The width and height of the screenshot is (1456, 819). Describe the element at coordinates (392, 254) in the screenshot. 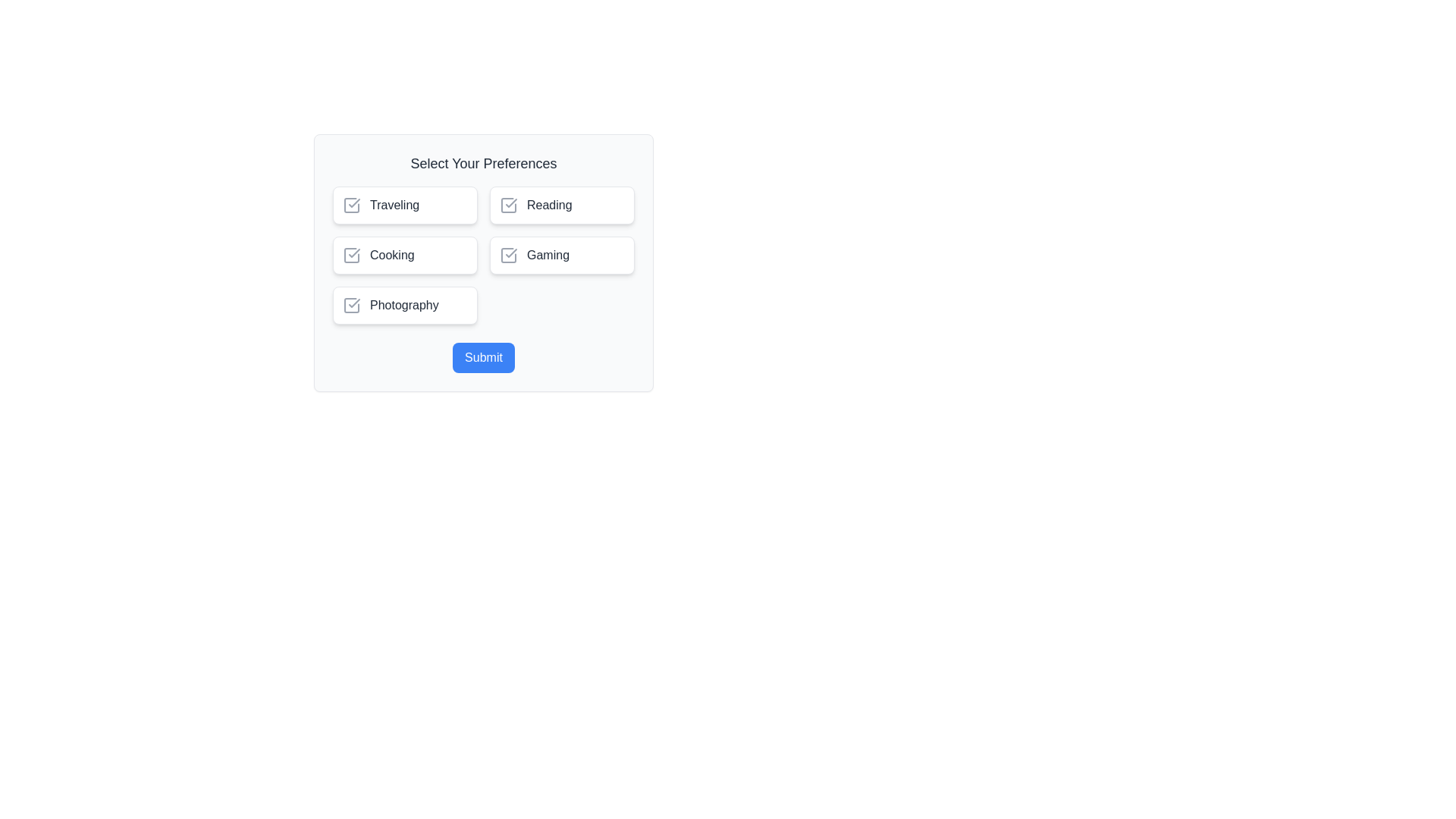

I see `the text label representing a selectable preference for 'Cooking' in the preferences list` at that location.